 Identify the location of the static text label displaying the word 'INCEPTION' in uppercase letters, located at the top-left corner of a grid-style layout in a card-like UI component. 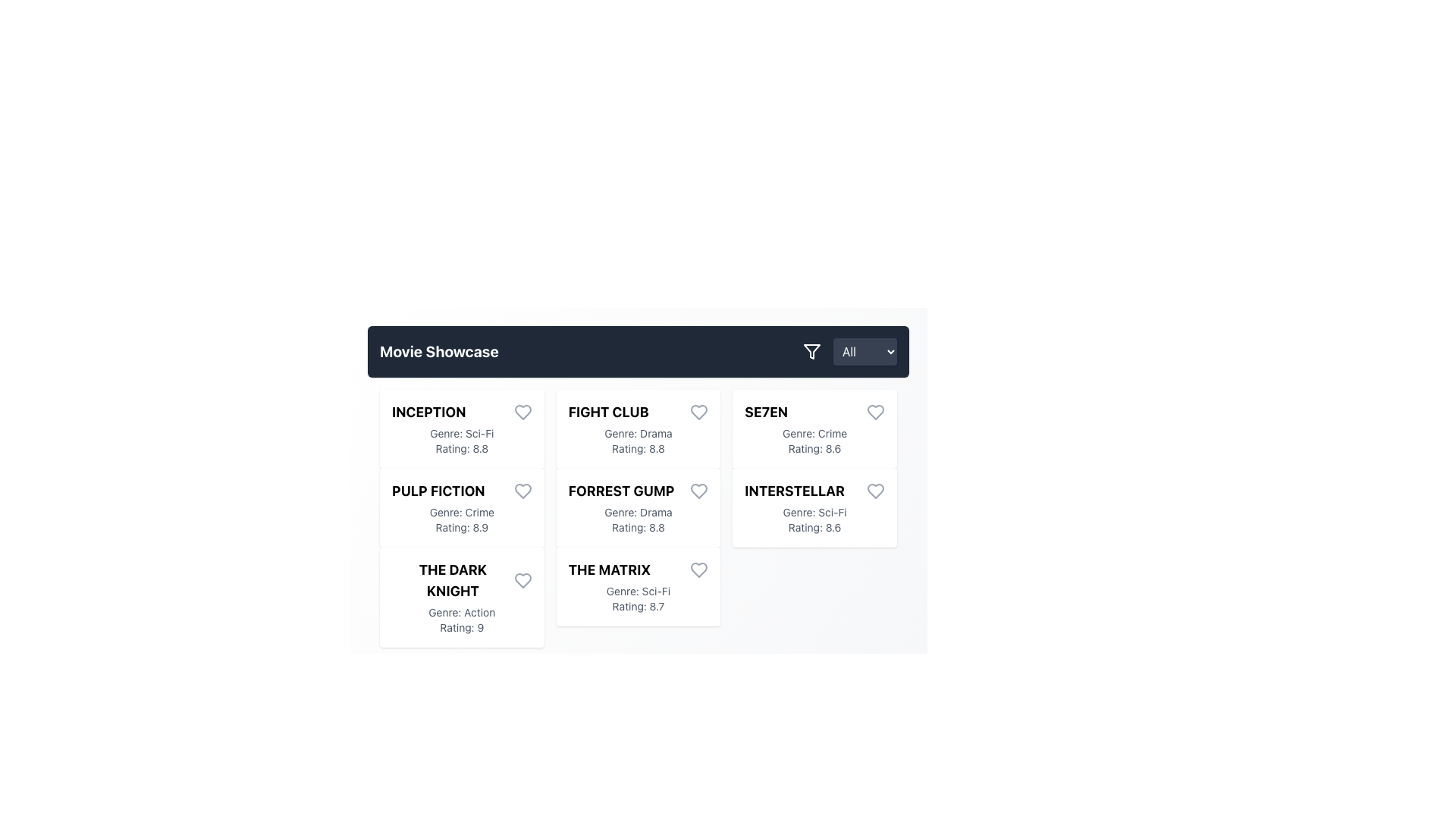
(428, 412).